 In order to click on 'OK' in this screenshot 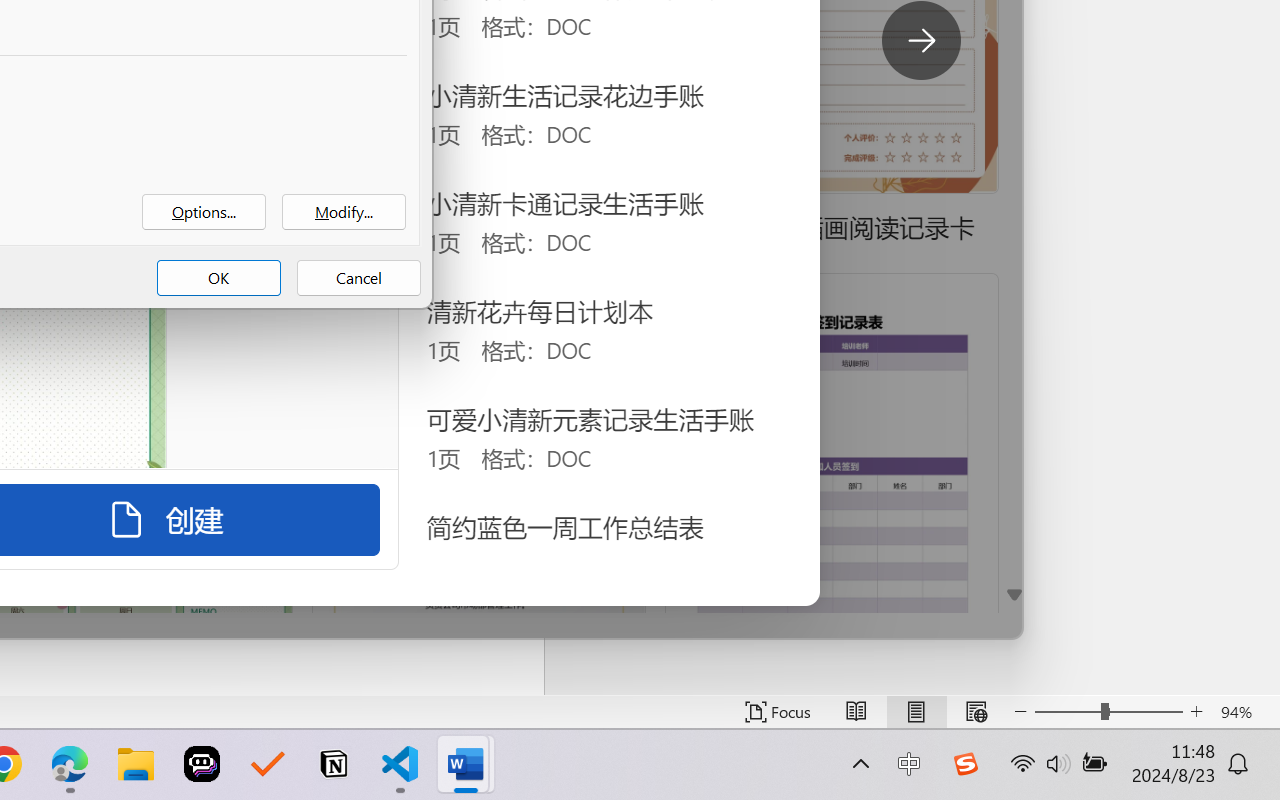, I will do `click(218, 278)`.